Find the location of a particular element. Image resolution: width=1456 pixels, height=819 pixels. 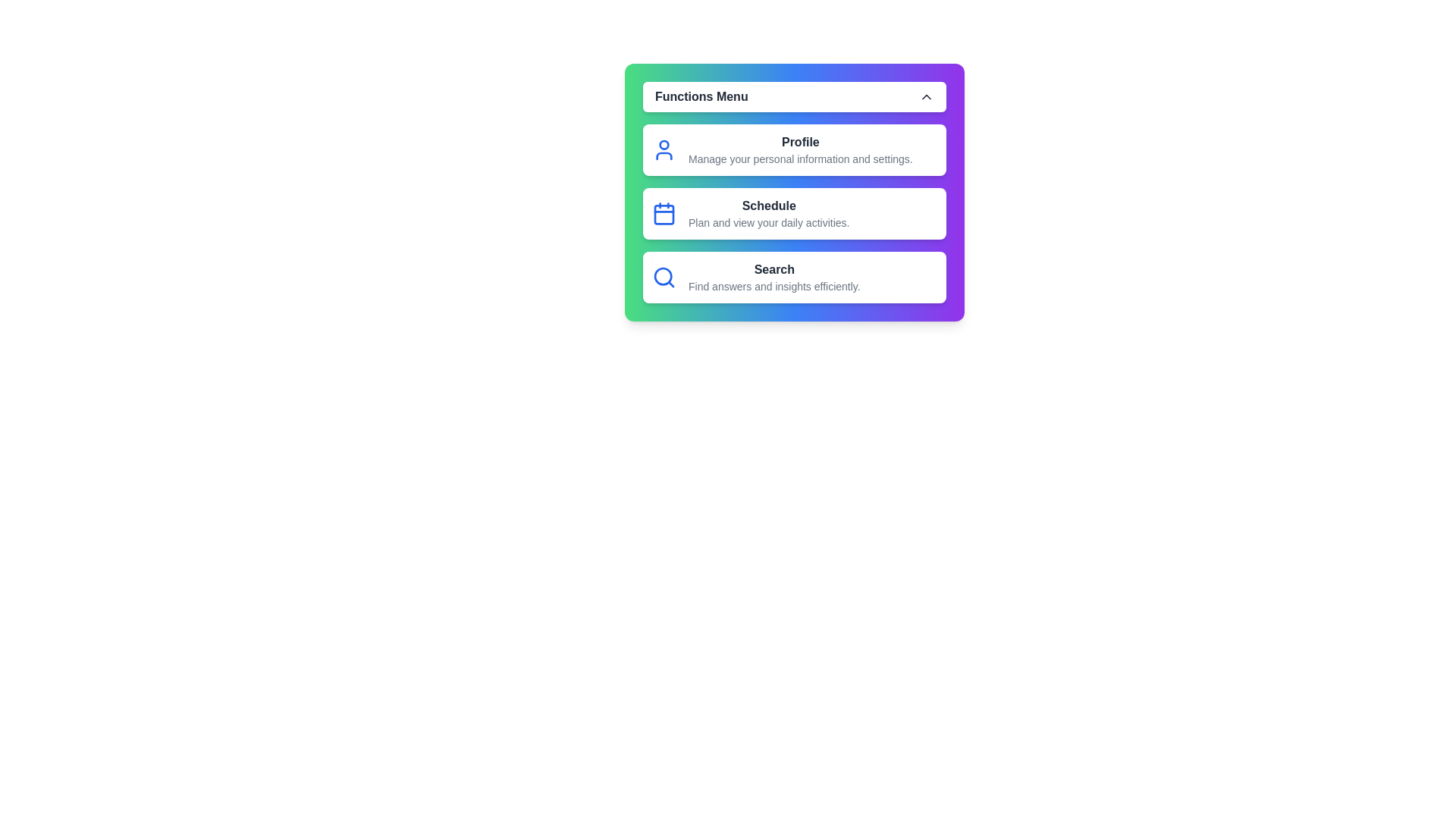

'Functions Menu' button to toggle the menu's visibility is located at coordinates (793, 96).